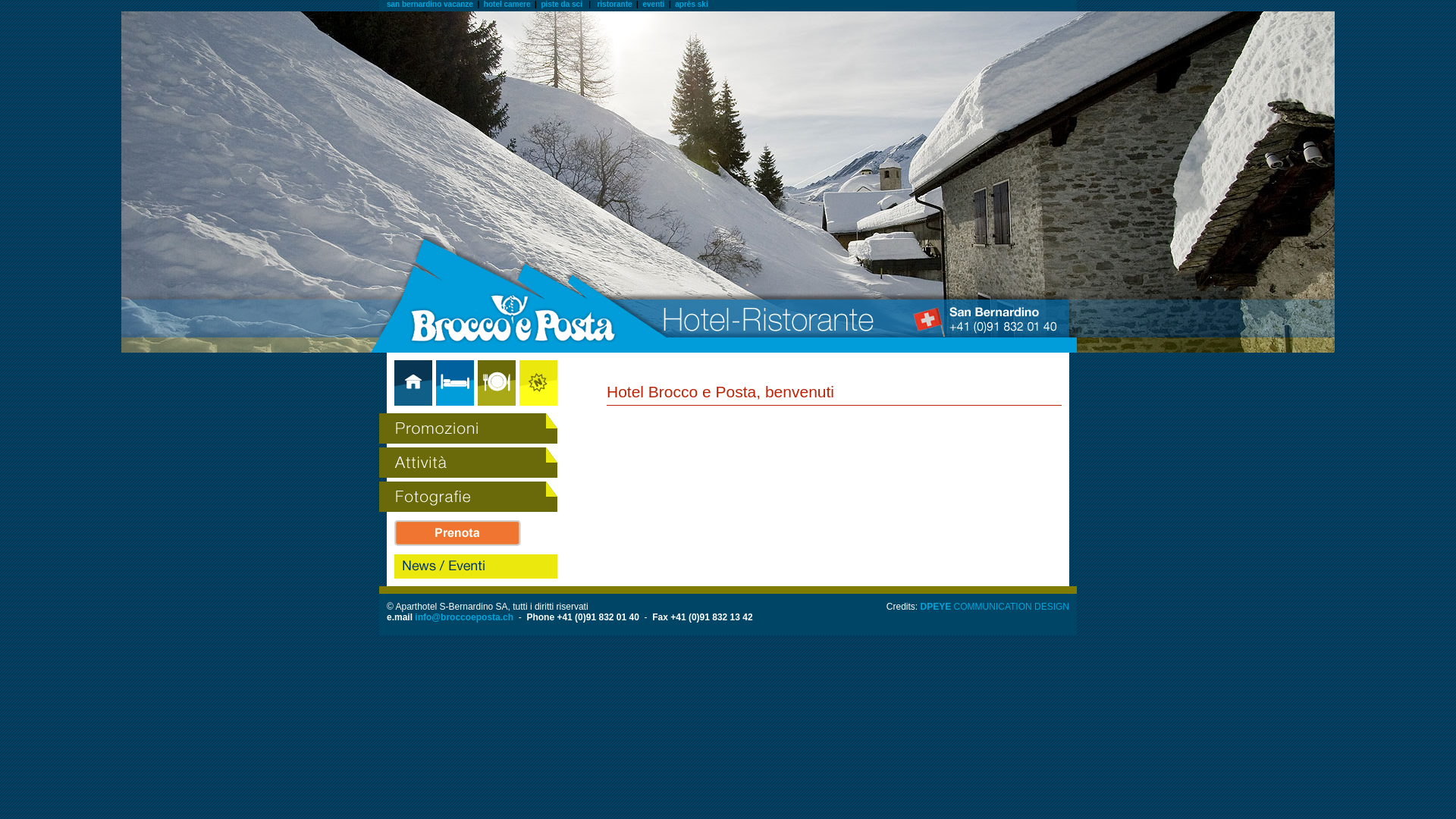 Image resolution: width=1456 pixels, height=819 pixels. I want to click on 'info@broccoeposta.ch', so click(463, 617).